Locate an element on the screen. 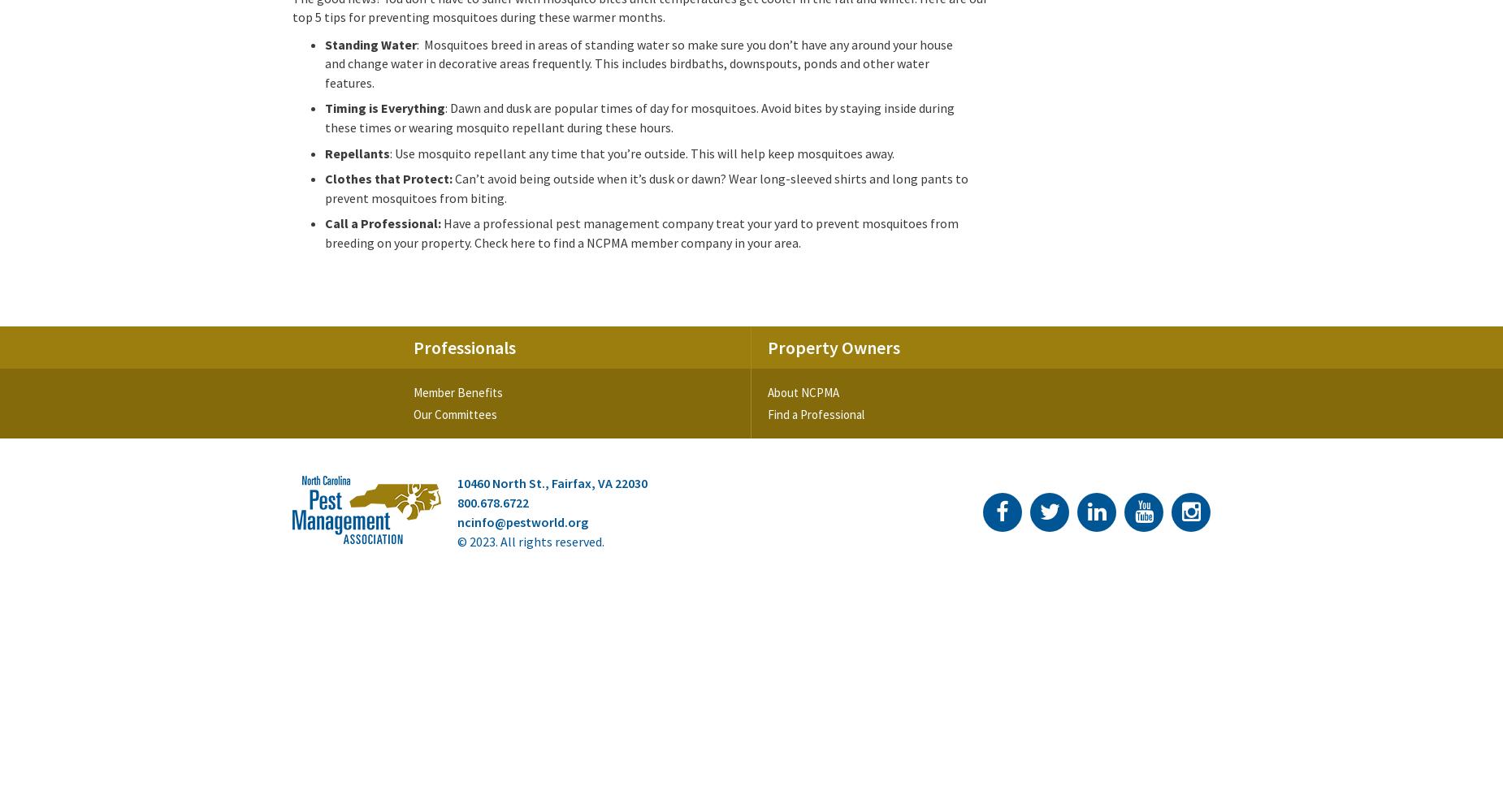  'Professionals' is located at coordinates (465, 347).